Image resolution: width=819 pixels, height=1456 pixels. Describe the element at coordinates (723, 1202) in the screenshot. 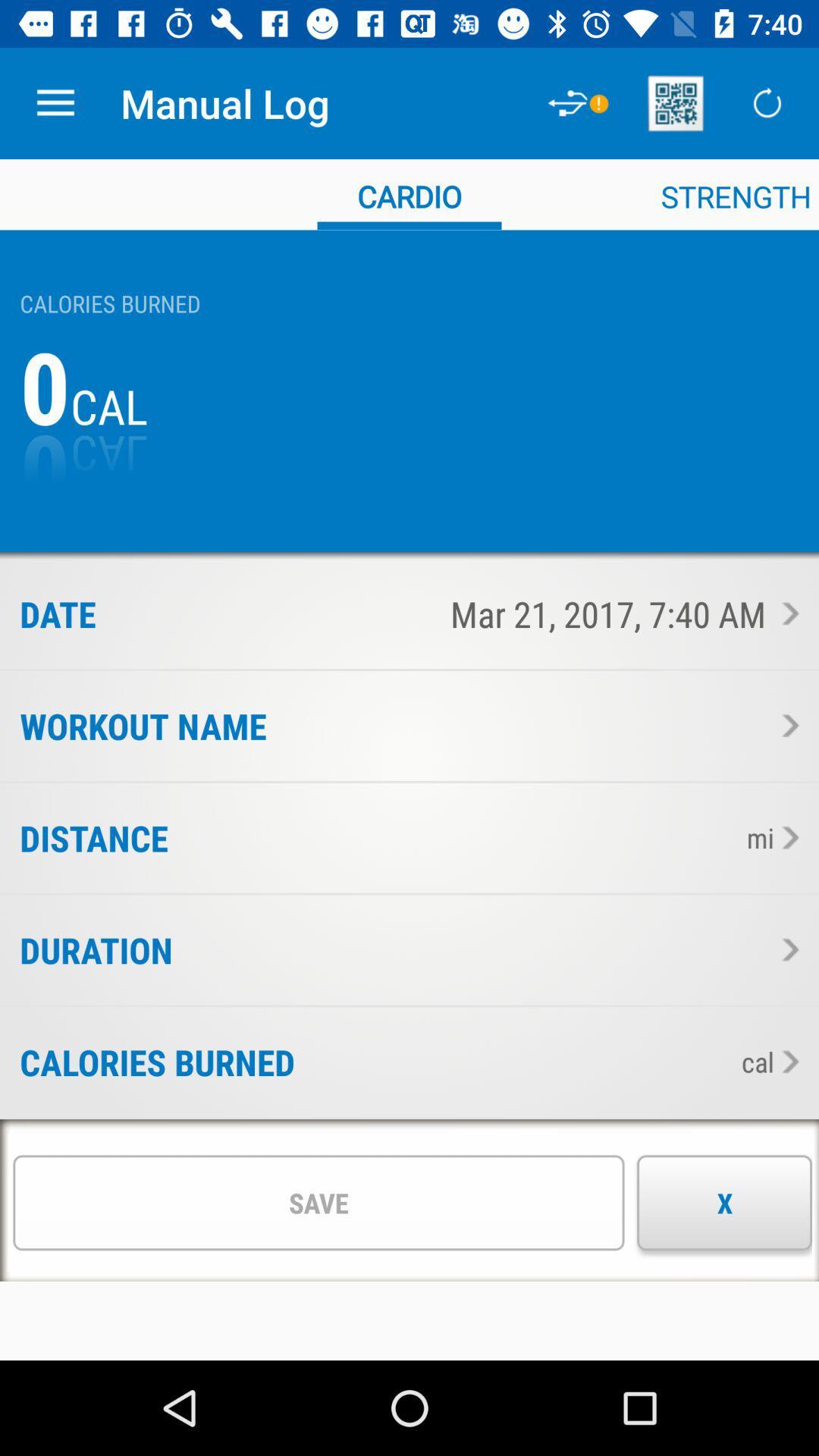

I see `icon next to the save item` at that location.